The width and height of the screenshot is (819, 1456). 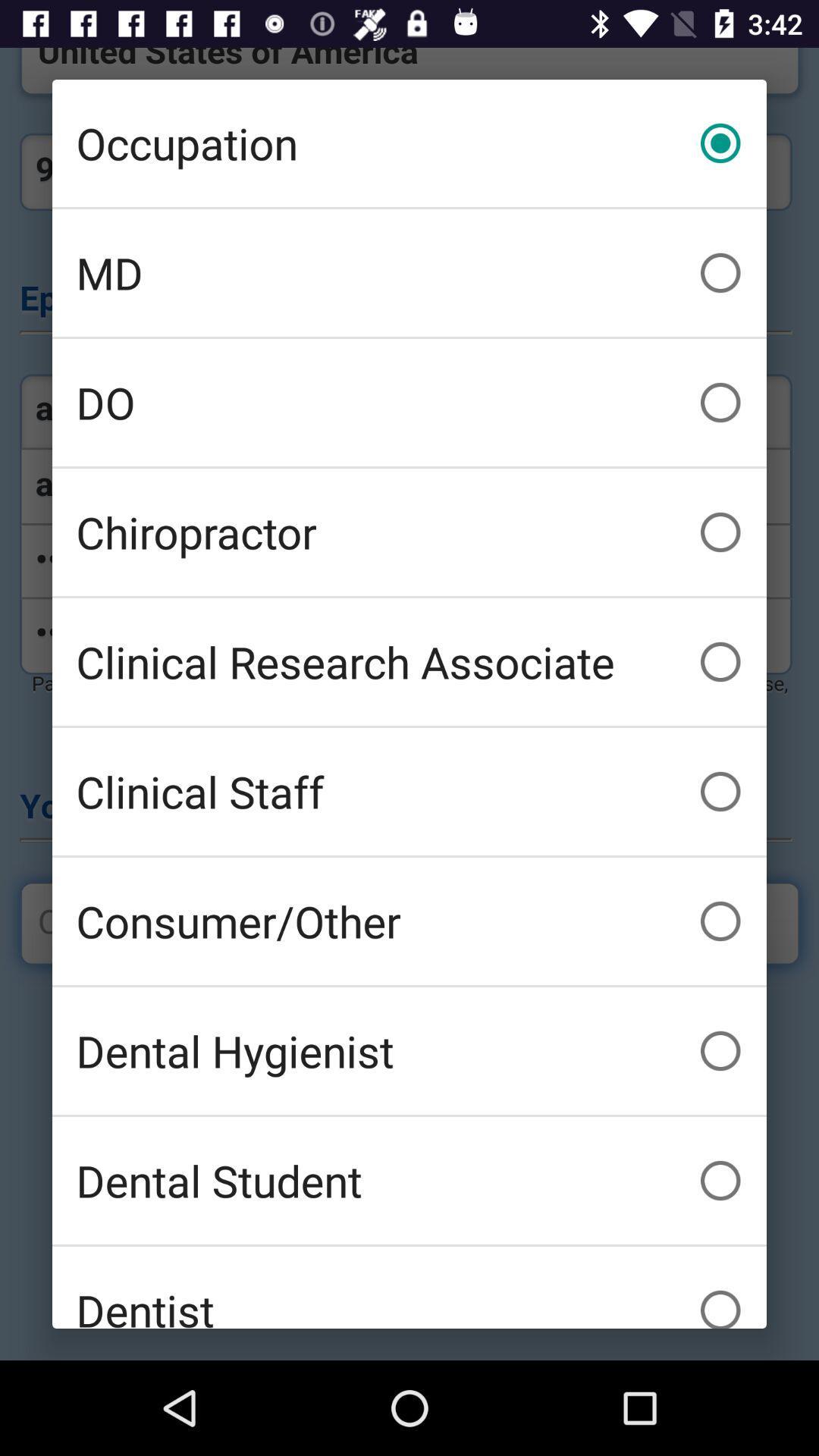 I want to click on the dental student, so click(x=409, y=1179).